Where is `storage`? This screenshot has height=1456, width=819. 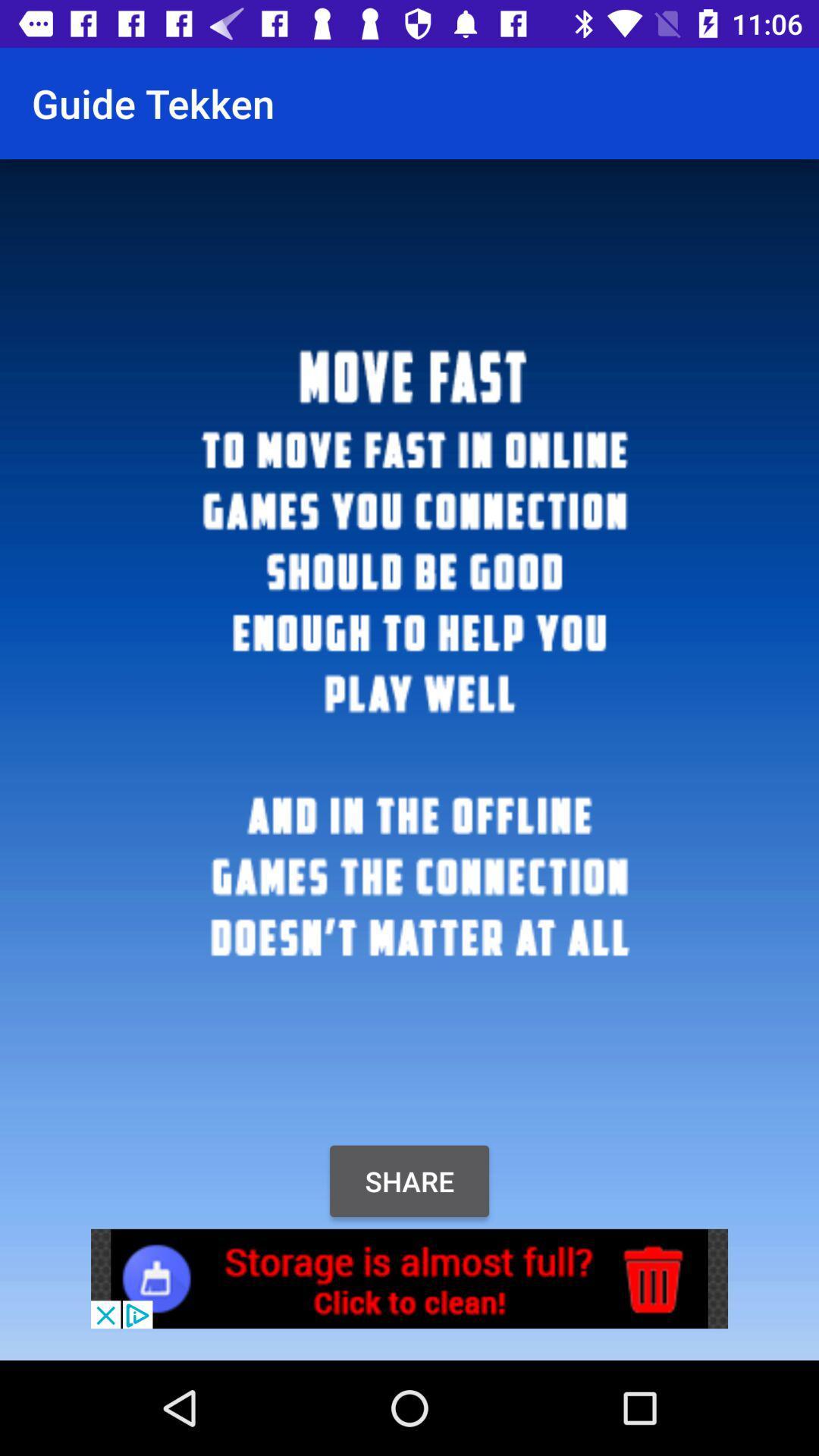
storage is located at coordinates (409, 1278).